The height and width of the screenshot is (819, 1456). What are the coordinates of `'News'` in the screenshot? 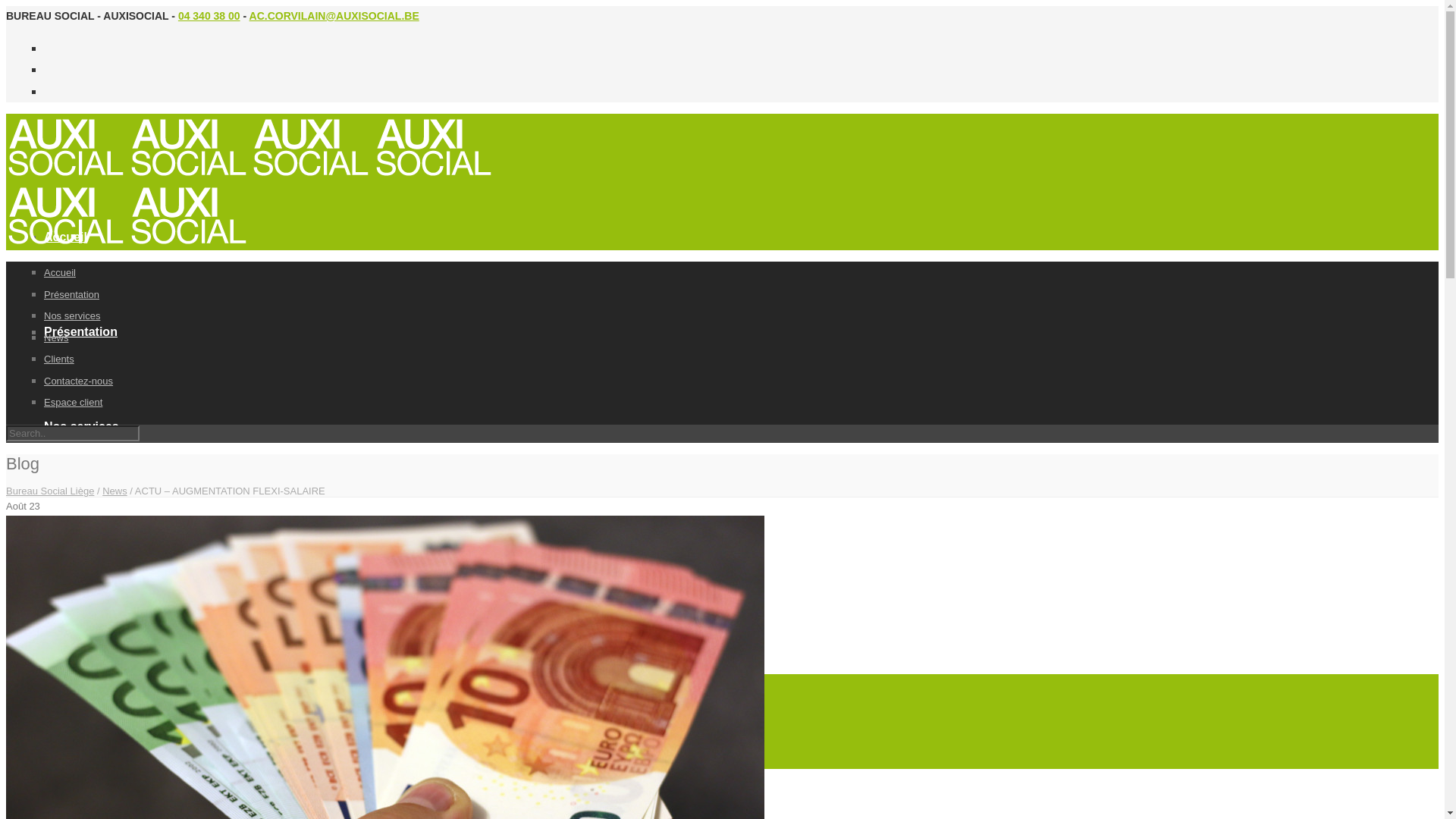 It's located at (114, 491).